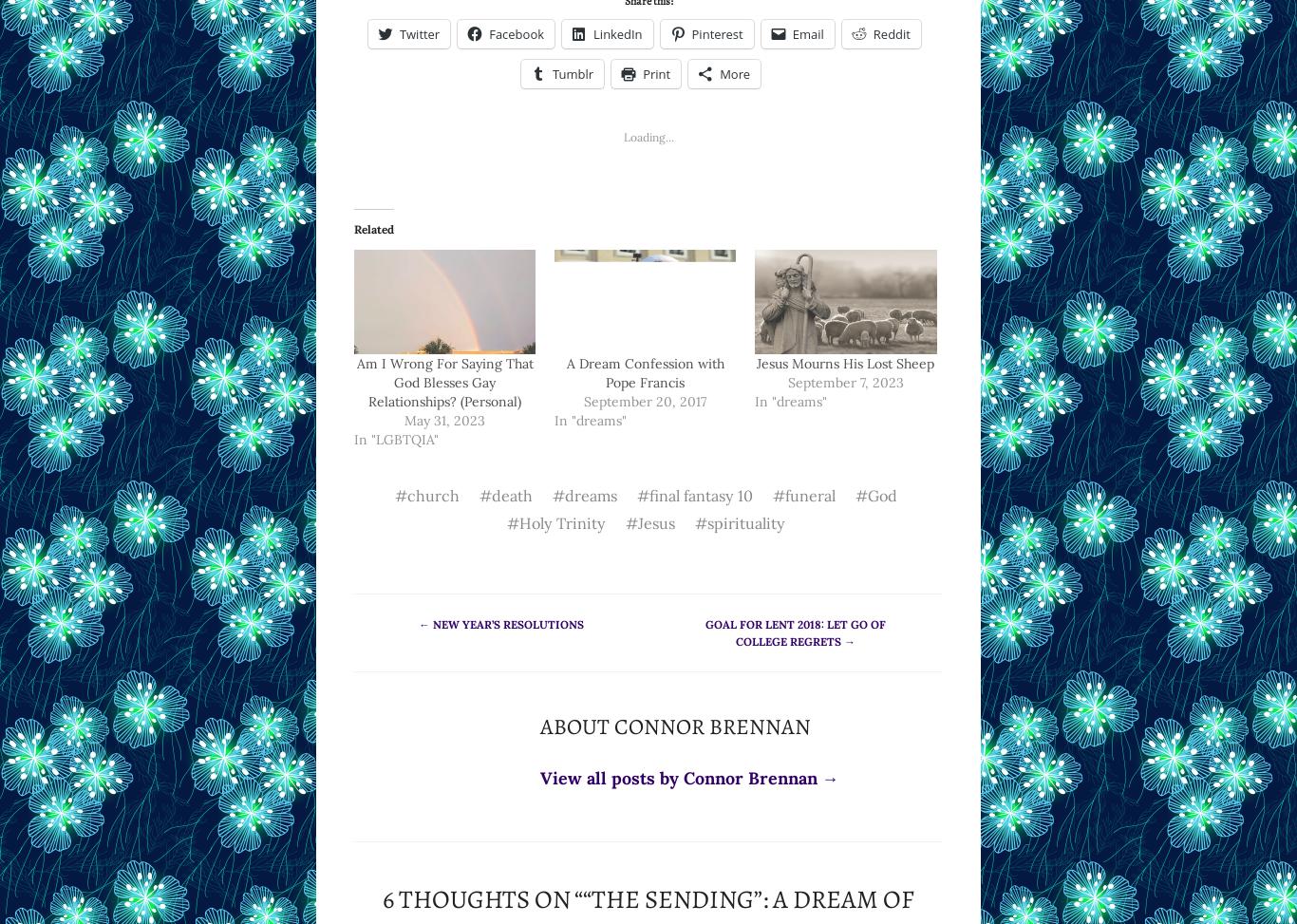  I want to click on 'Related', so click(372, 228).